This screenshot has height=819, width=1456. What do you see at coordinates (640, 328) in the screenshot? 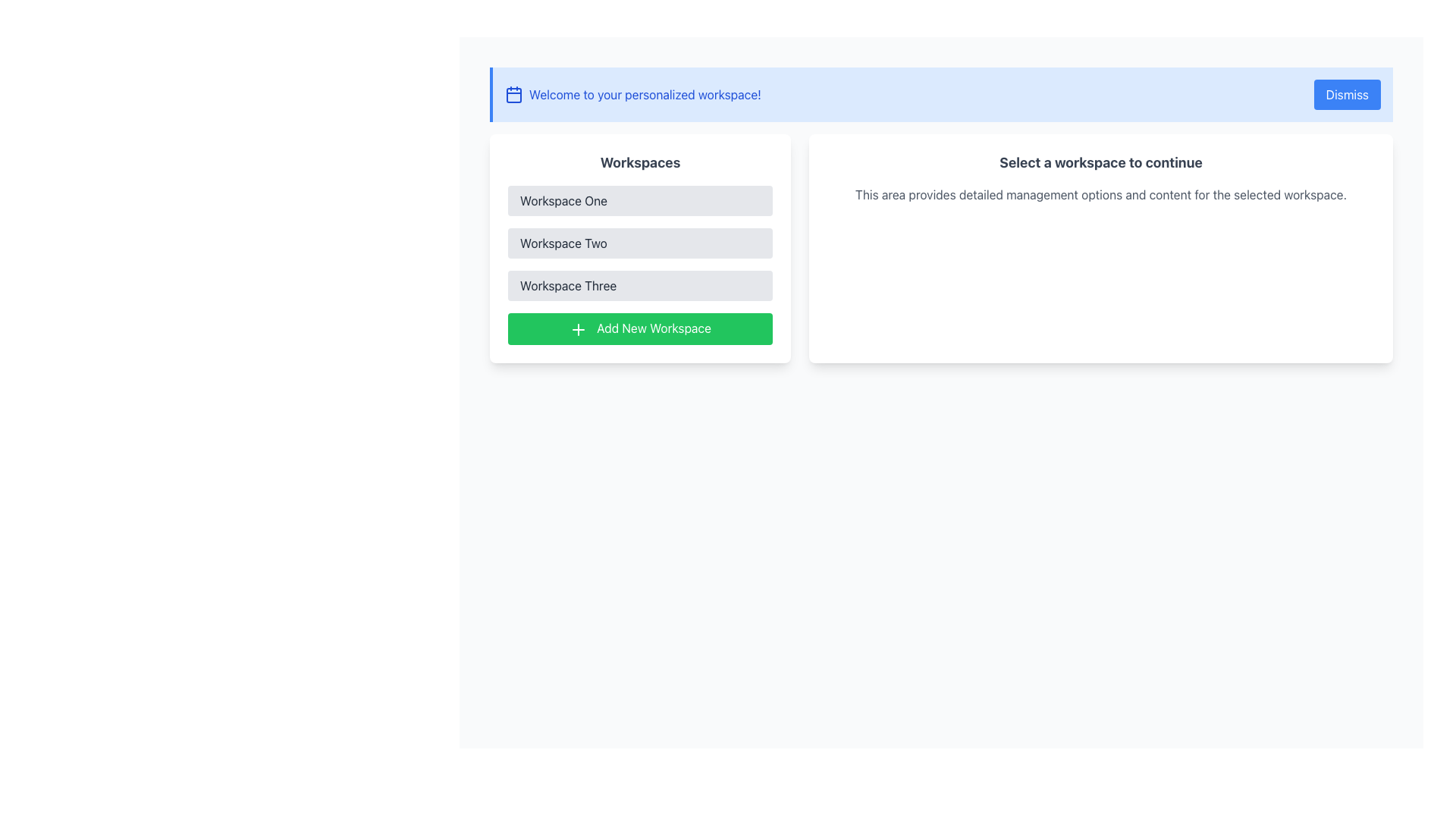
I see `the green button labeled 'Add New Workspace' located at the bottom of the 'Workspaces' card for accessibility purposes` at bounding box center [640, 328].